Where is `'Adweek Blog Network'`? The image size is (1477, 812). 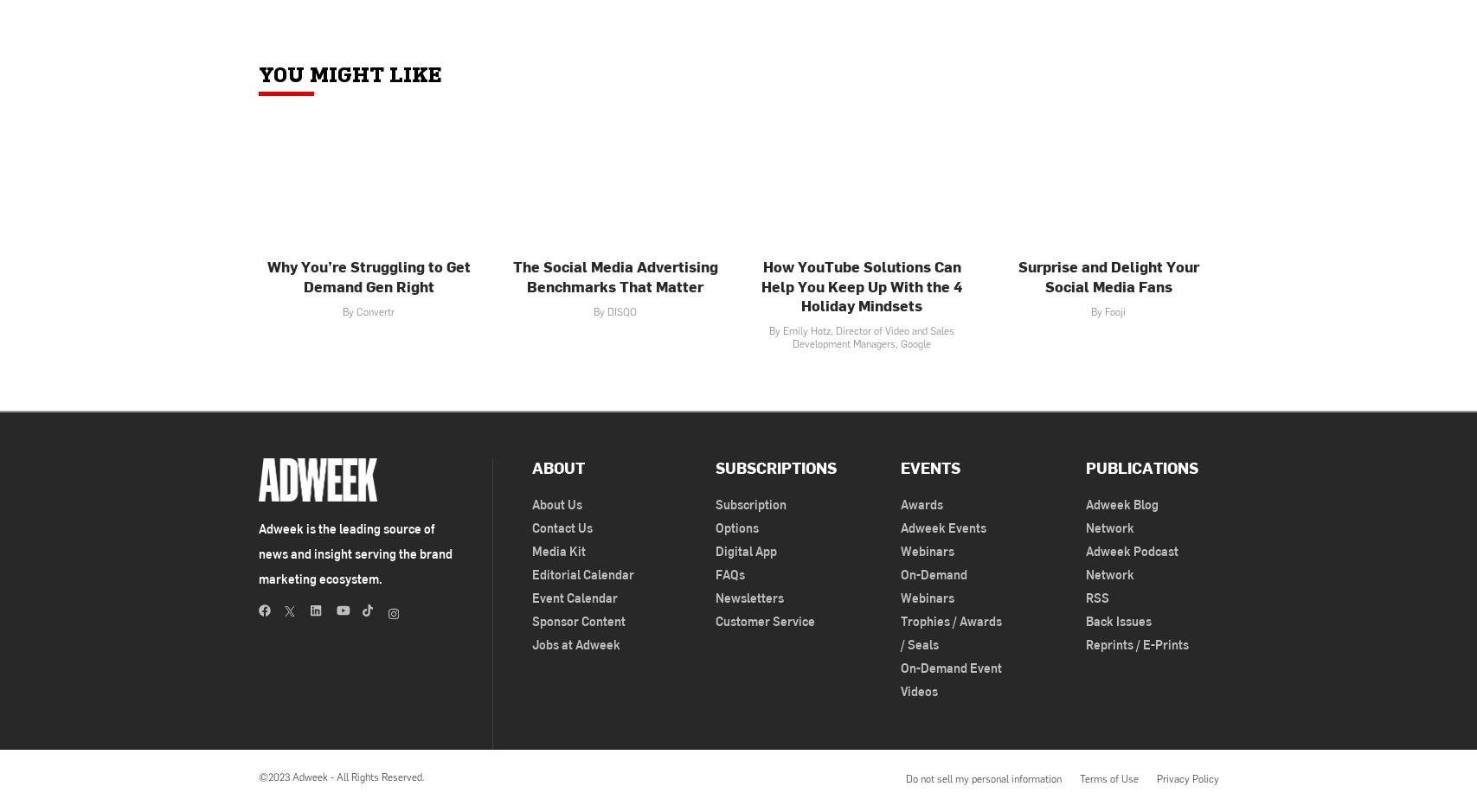 'Adweek Blog Network' is located at coordinates (1120, 515).